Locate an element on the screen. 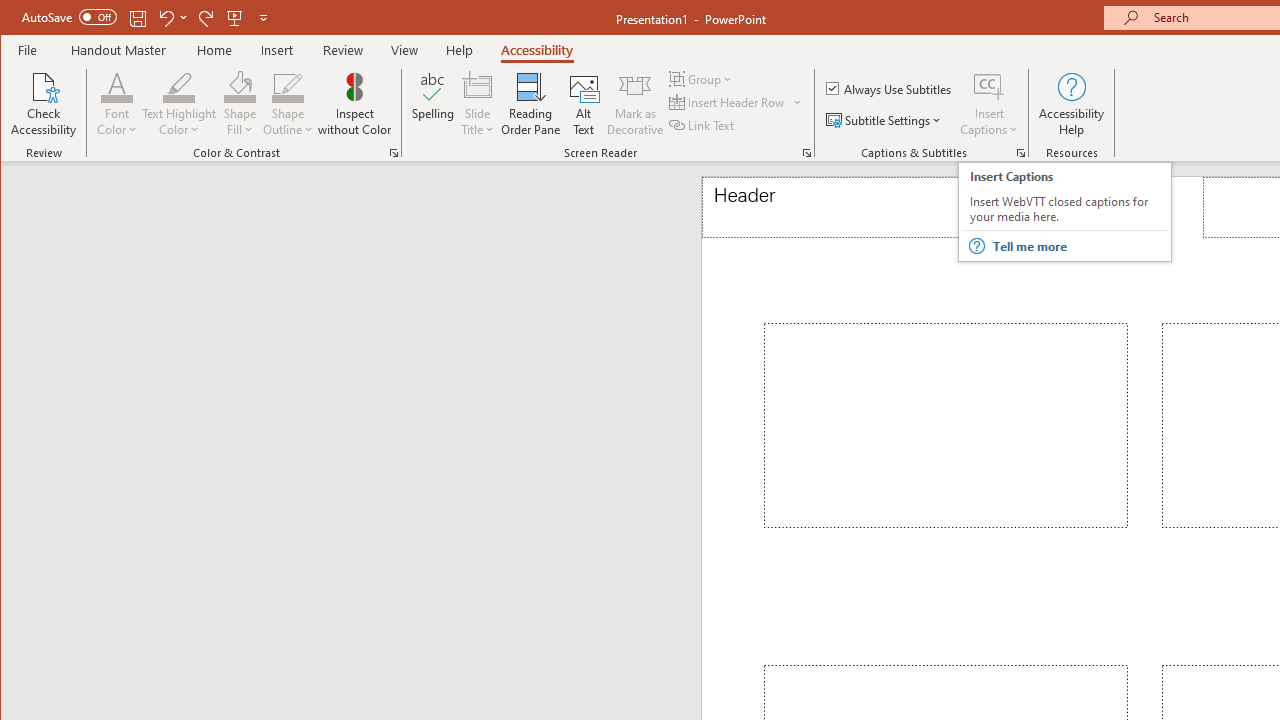  'Shape Fill Orange, Accent 2' is located at coordinates (240, 85).